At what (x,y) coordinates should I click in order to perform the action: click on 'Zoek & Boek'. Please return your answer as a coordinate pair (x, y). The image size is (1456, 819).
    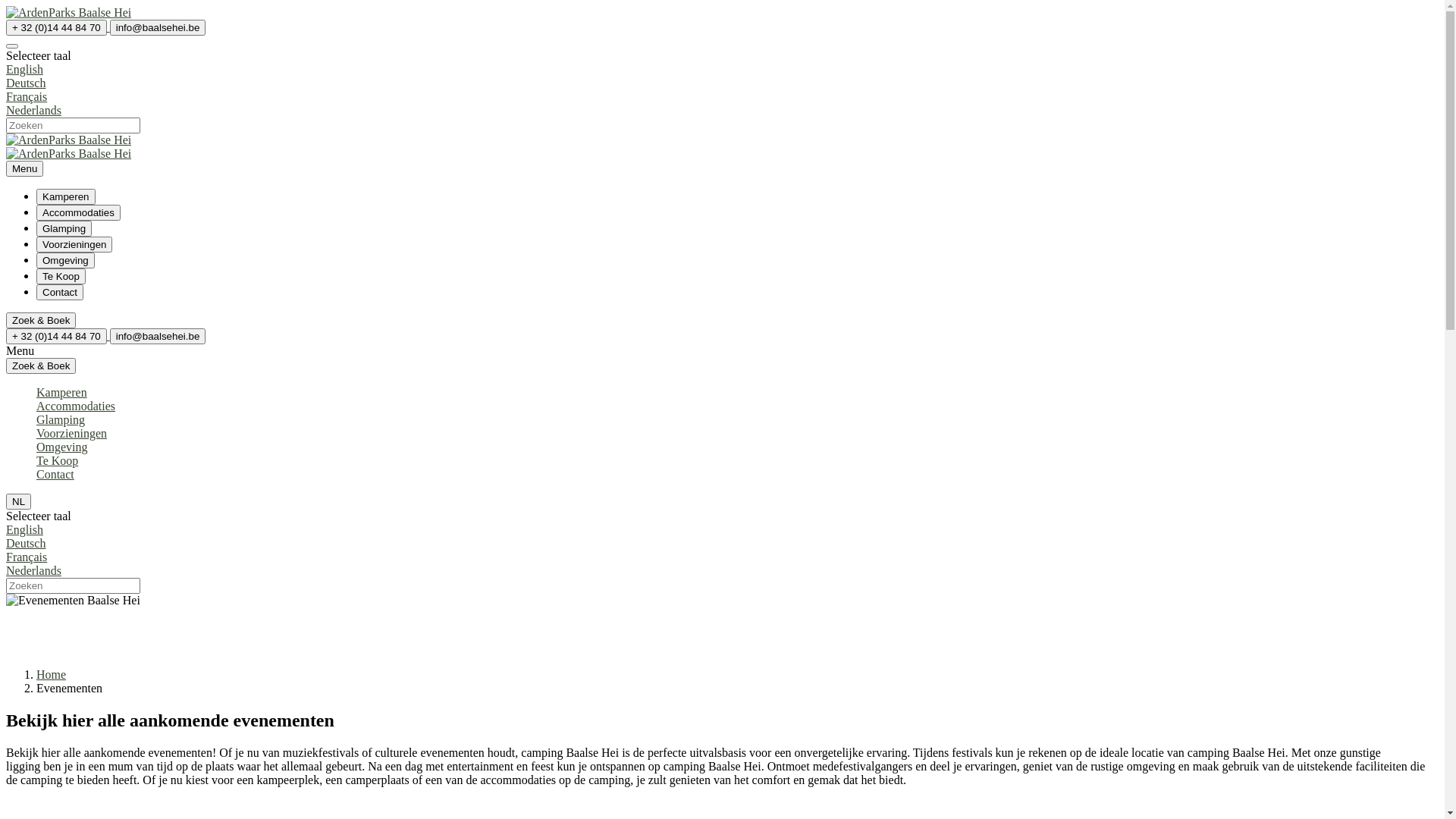
    Looking at the image, I should click on (40, 319).